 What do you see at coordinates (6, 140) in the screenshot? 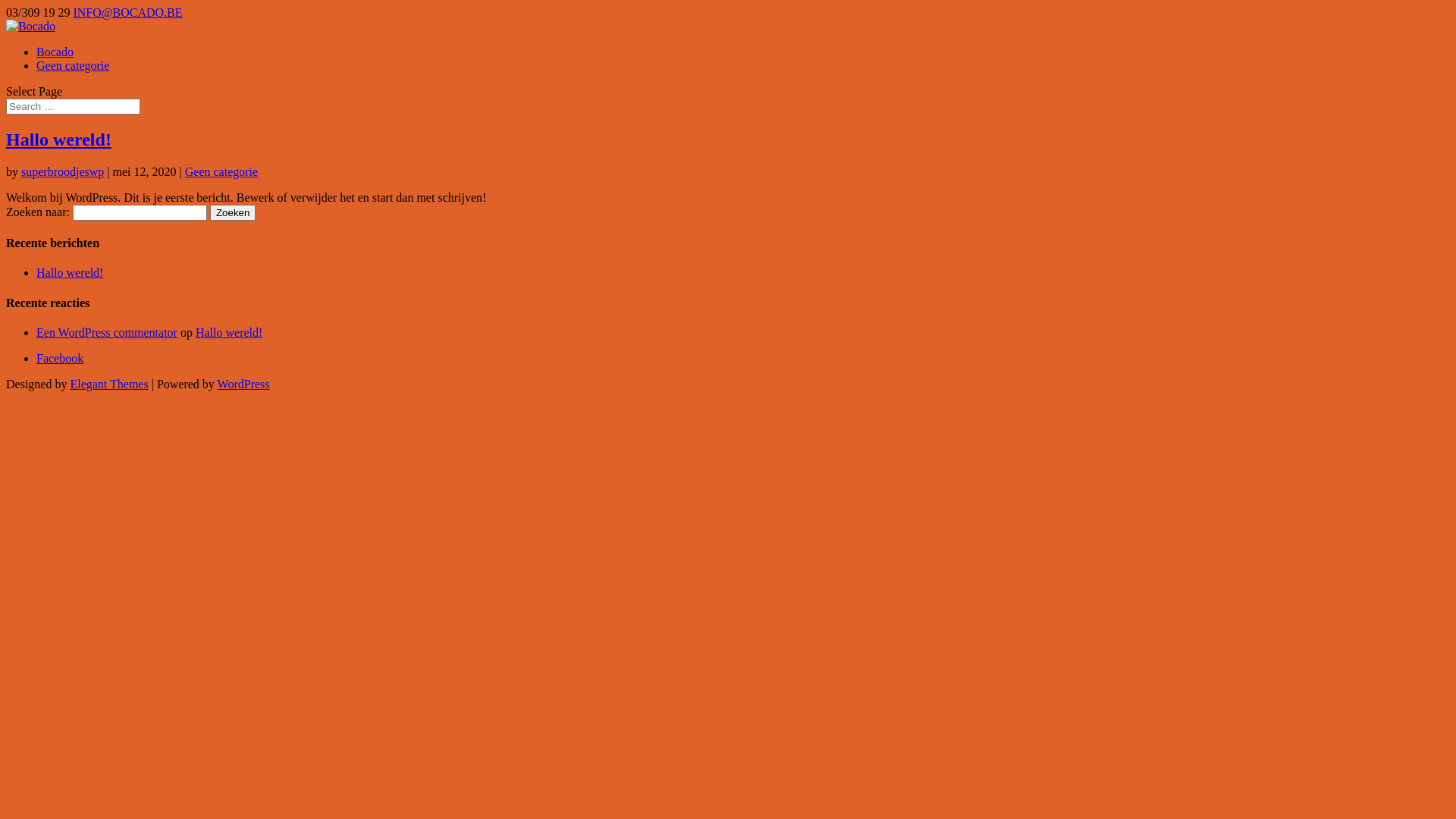
I see `'Hallo wereld!'` at bounding box center [6, 140].